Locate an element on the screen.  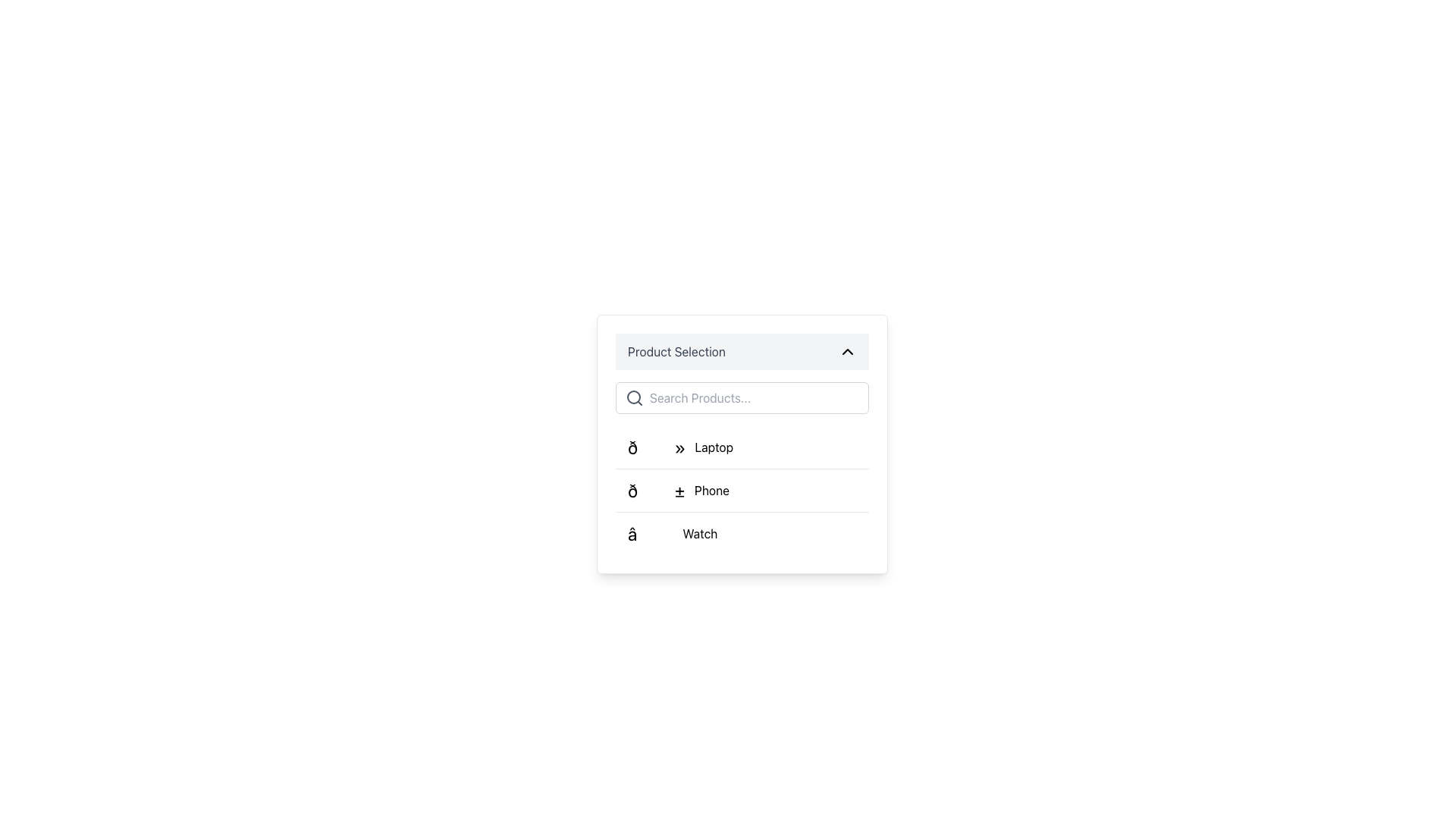
the selectable items within the 'Product Selection' dropdown menu, which includes options like 'Laptop', 'Phone', and 'Watch' is located at coordinates (742, 444).